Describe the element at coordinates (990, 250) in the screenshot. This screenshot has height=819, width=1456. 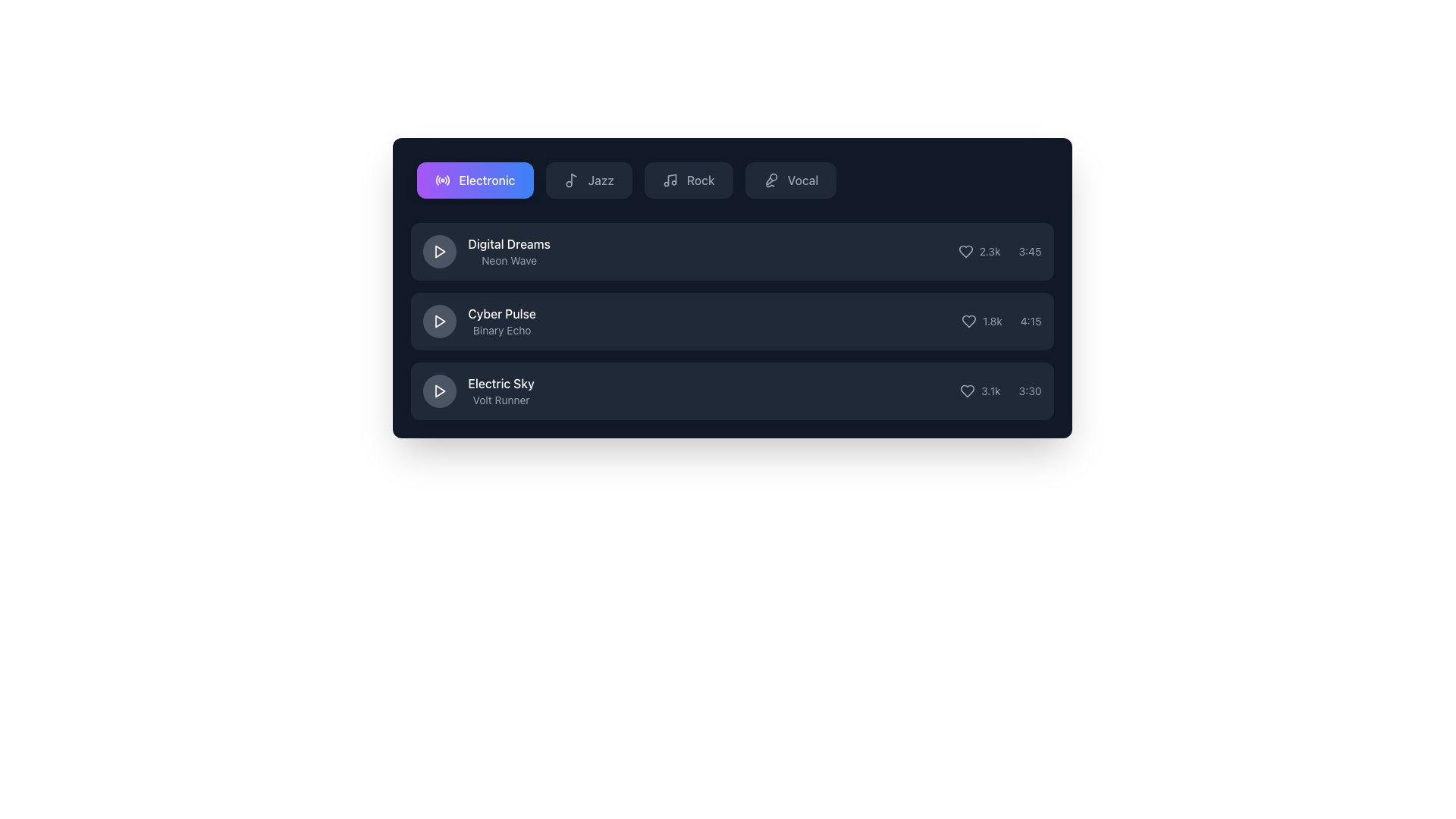
I see `the Text label displaying the count of likes or favorites, located to the right of the heart icon in the first item of the list on the dark background` at that location.